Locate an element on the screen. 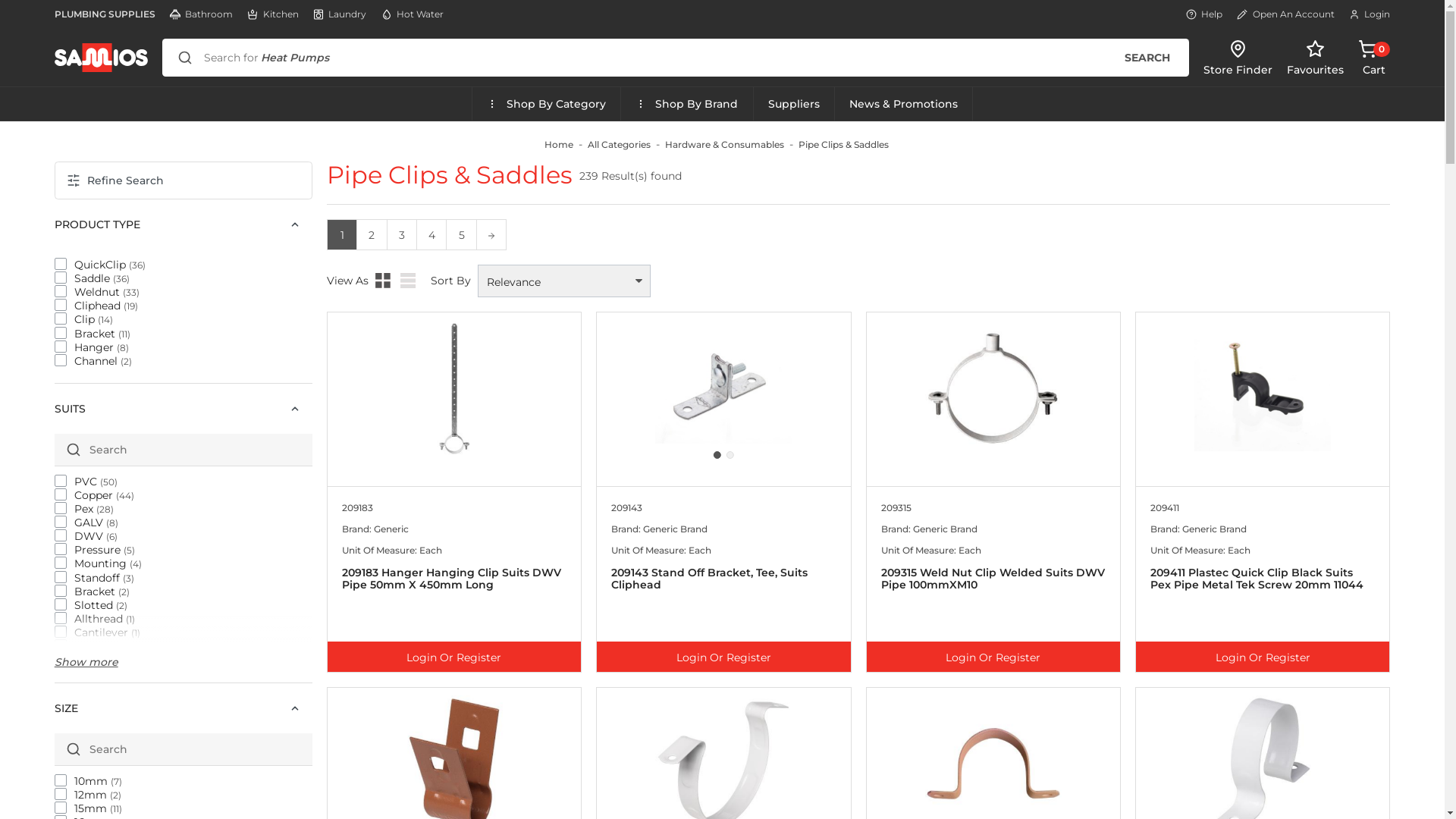 The width and height of the screenshot is (1456, 819). '5' is located at coordinates (460, 234).